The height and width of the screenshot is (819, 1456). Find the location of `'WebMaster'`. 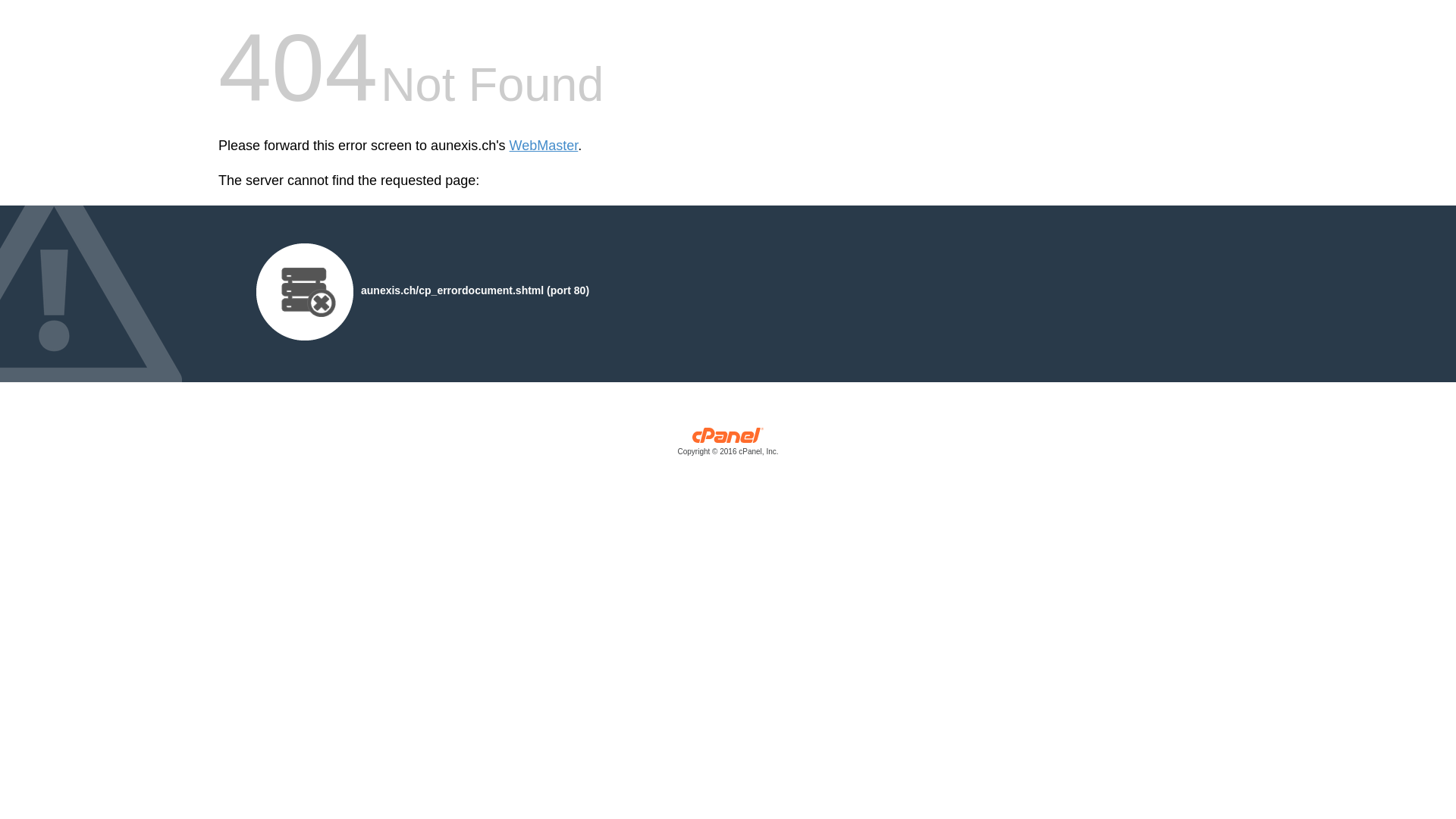

'WebMaster' is located at coordinates (544, 146).